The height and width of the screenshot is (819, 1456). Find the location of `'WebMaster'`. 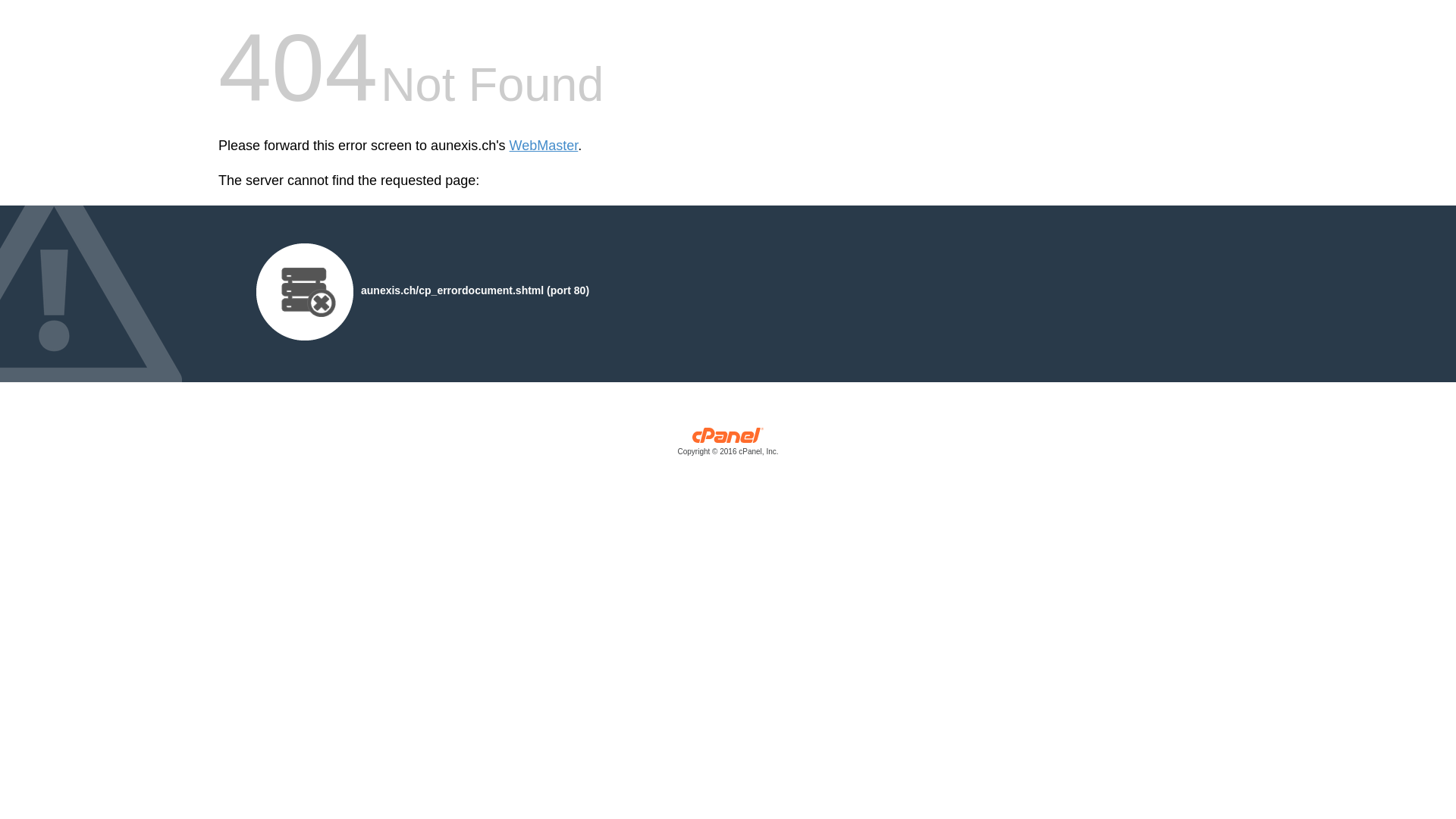

'WebMaster' is located at coordinates (544, 146).